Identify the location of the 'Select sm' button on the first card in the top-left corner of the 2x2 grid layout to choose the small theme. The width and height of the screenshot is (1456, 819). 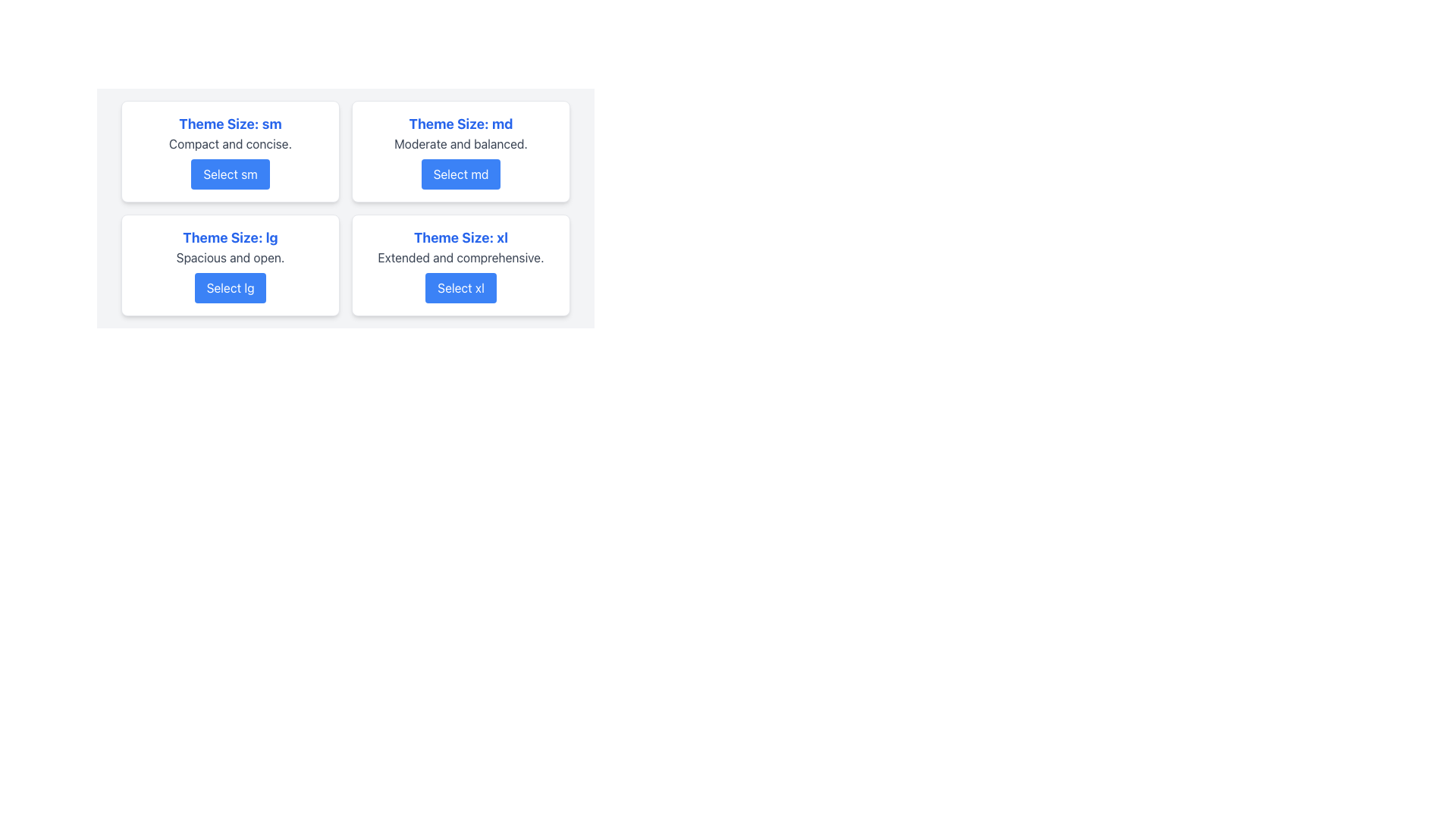
(229, 152).